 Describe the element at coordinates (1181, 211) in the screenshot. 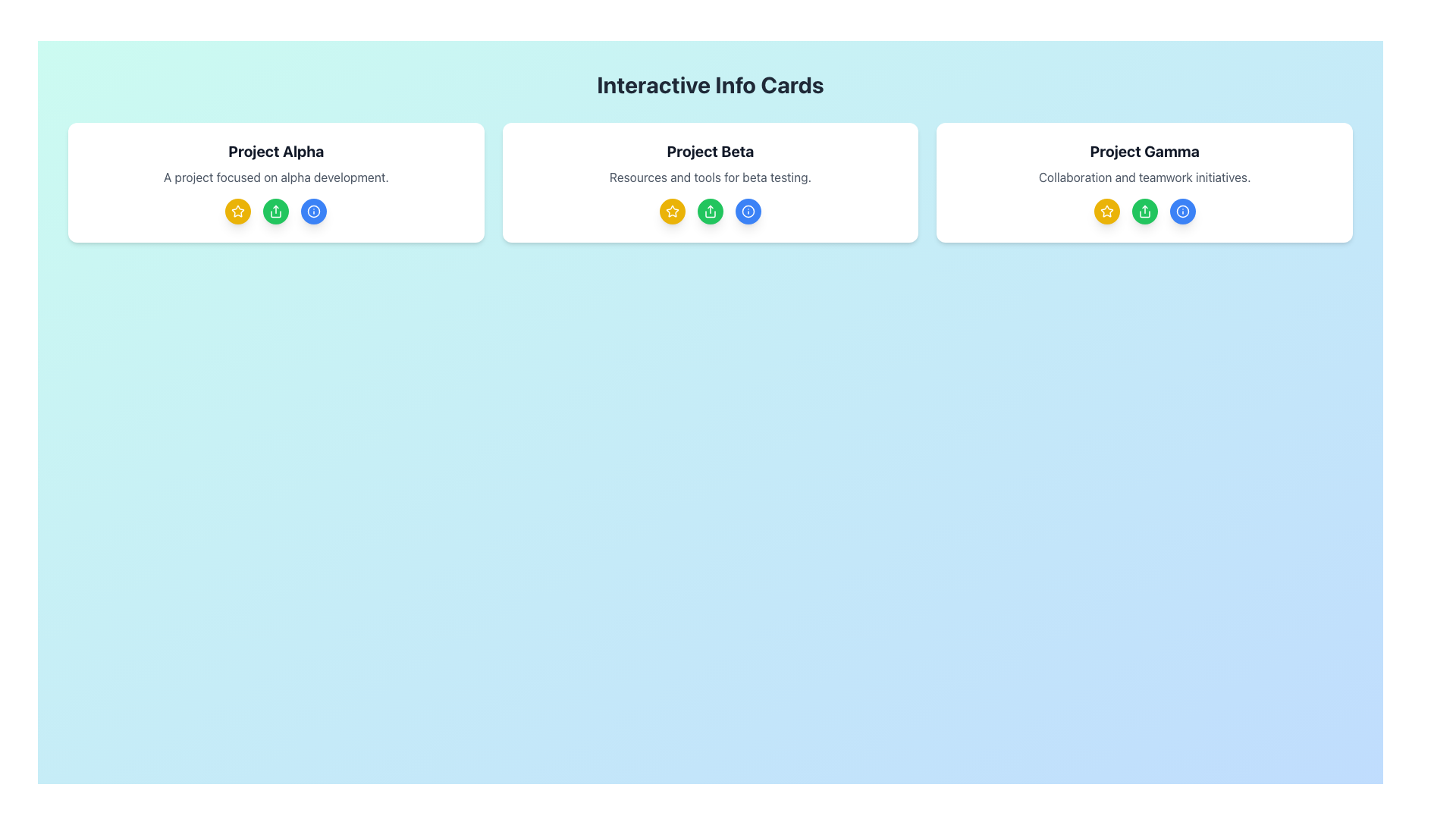

I see `the circular outline of the info button icon located at the bottom right of the card titled 'Project Gamma'` at that location.